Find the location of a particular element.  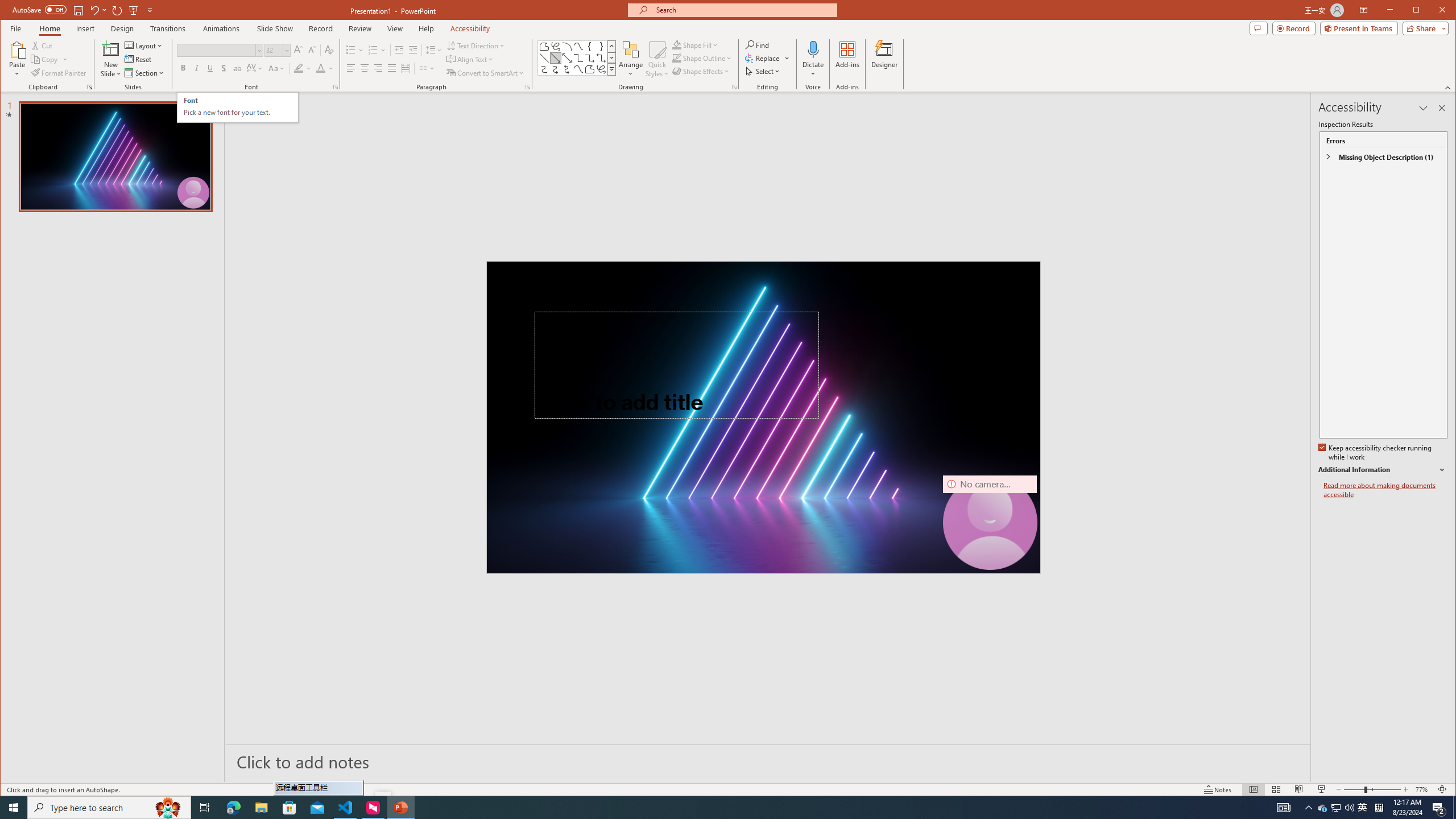

'Shape Outline Blue, Accent 1' is located at coordinates (677, 58).